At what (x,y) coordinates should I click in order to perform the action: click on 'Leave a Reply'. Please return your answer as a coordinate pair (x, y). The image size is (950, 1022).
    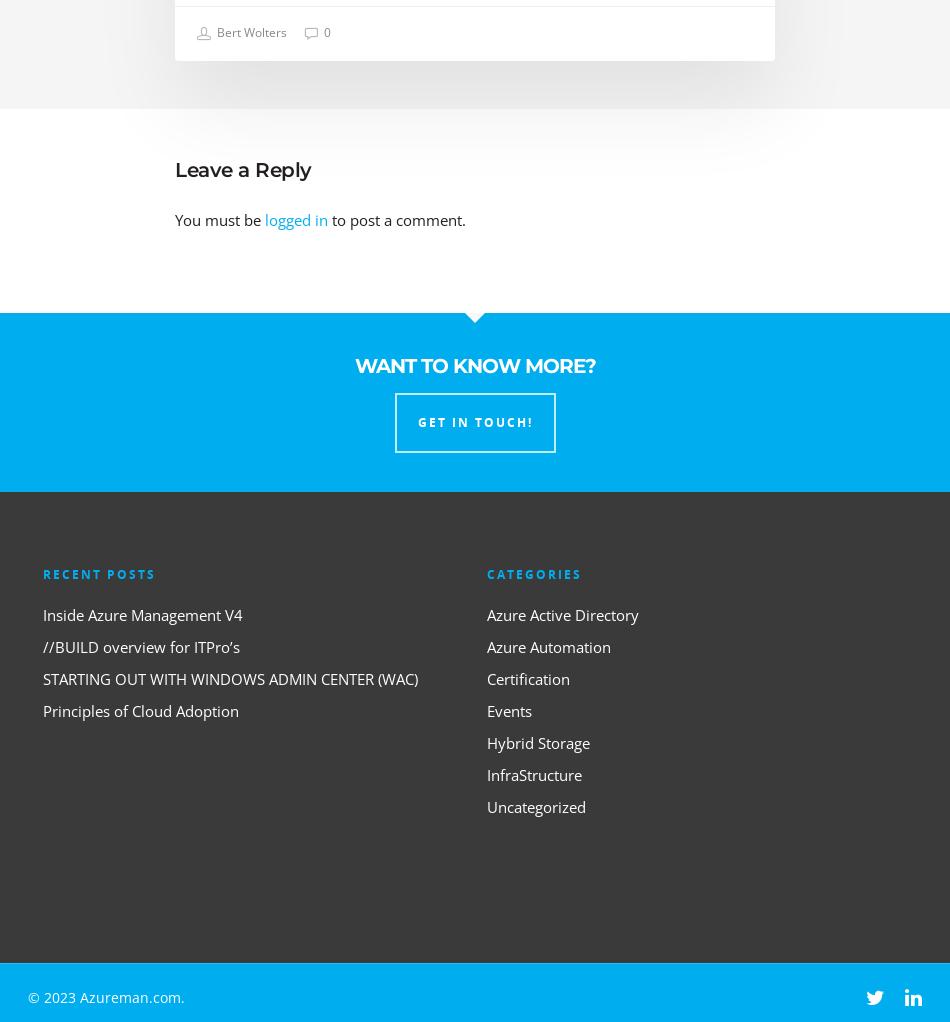
    Looking at the image, I should click on (242, 168).